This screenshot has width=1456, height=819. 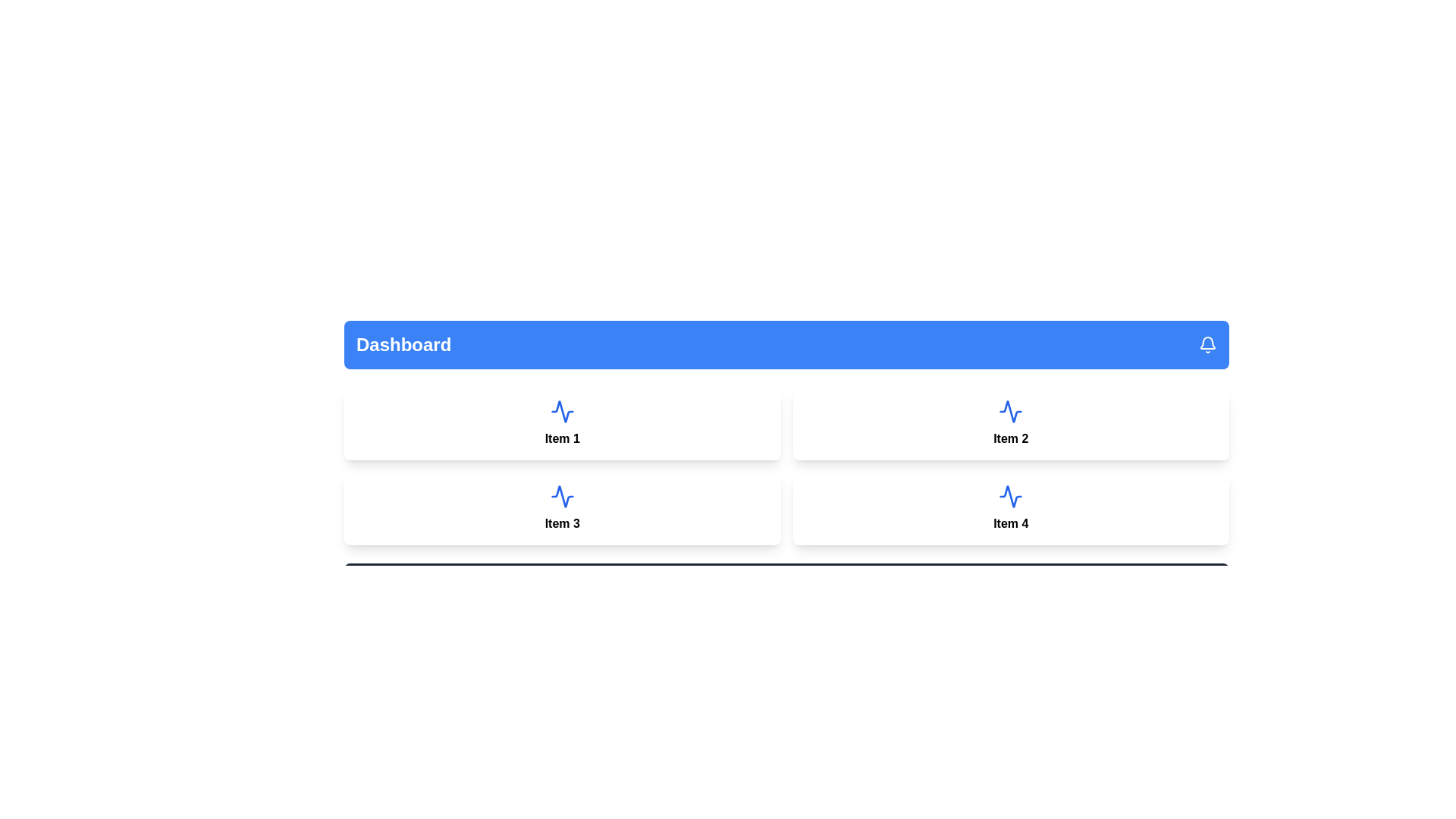 What do you see at coordinates (561, 438) in the screenshot?
I see `the text label located at the bottom portion of the rectangular card component, which serves as a descriptive identifier or title for the card` at bounding box center [561, 438].